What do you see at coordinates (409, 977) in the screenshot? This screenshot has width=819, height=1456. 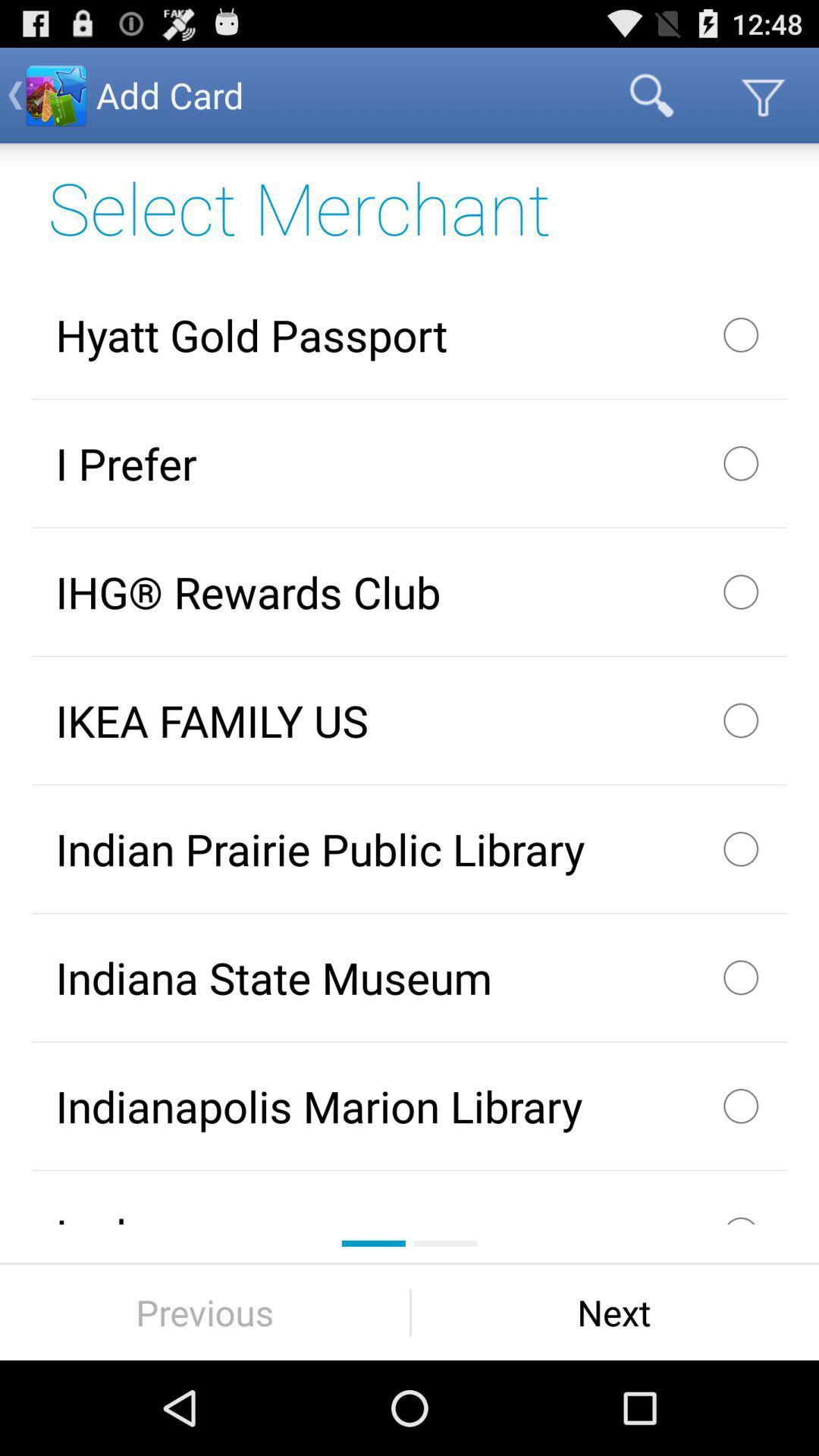 I see `the indiana state museum item` at bounding box center [409, 977].